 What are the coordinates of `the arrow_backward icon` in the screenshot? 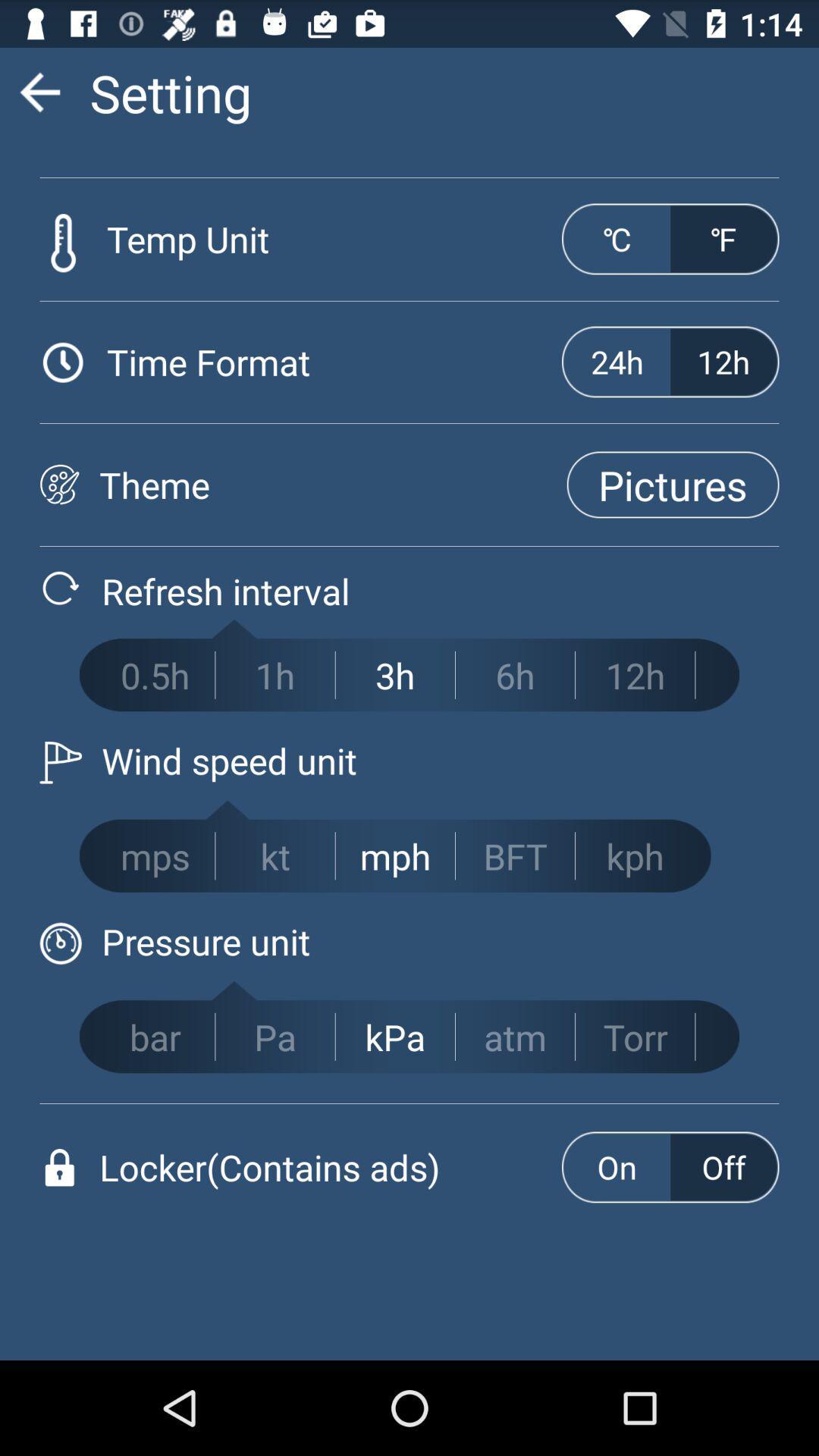 It's located at (39, 98).